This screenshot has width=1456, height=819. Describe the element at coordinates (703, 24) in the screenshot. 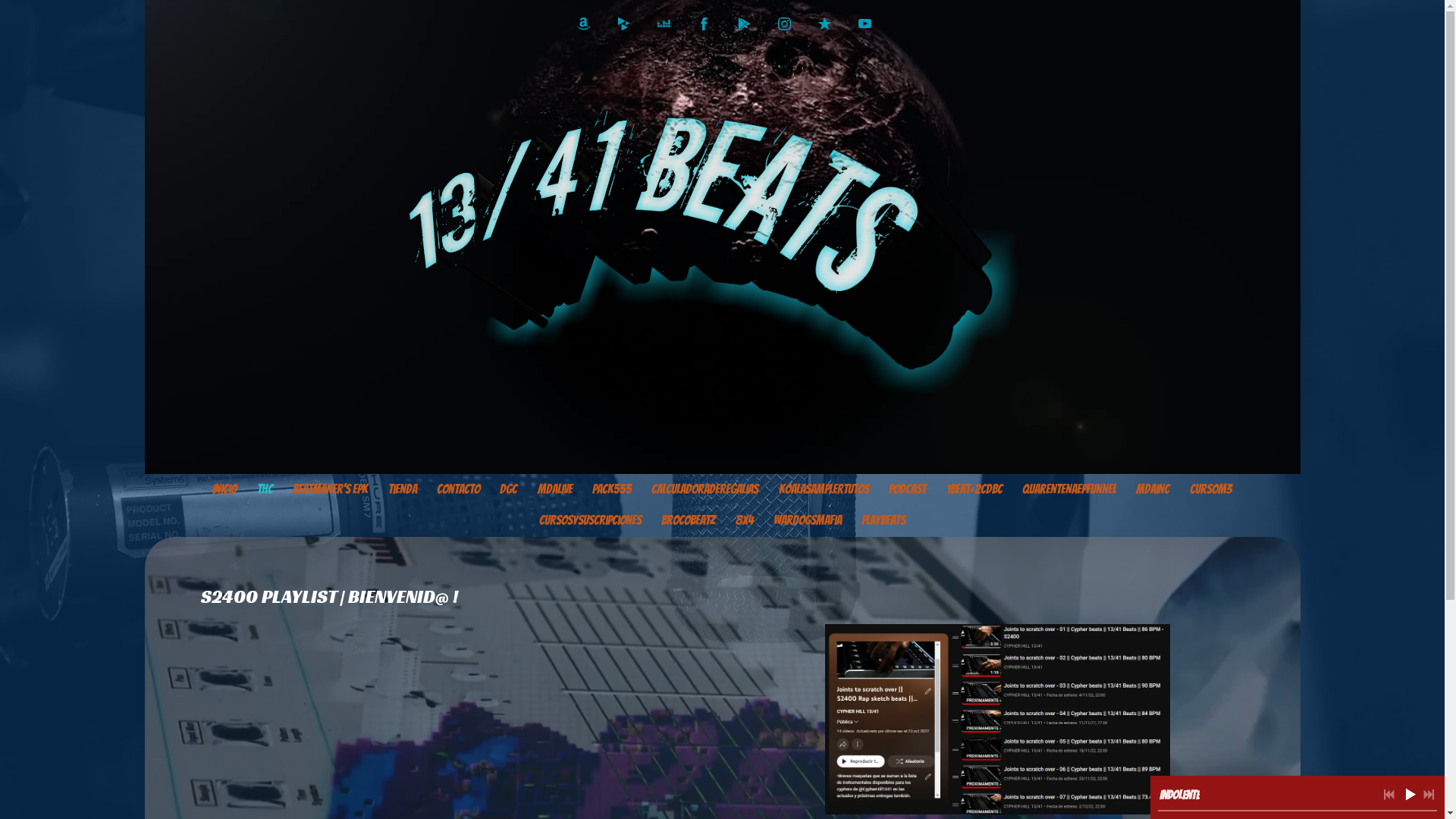

I see `'https://www.facebook.com/Kabster1341'` at that location.